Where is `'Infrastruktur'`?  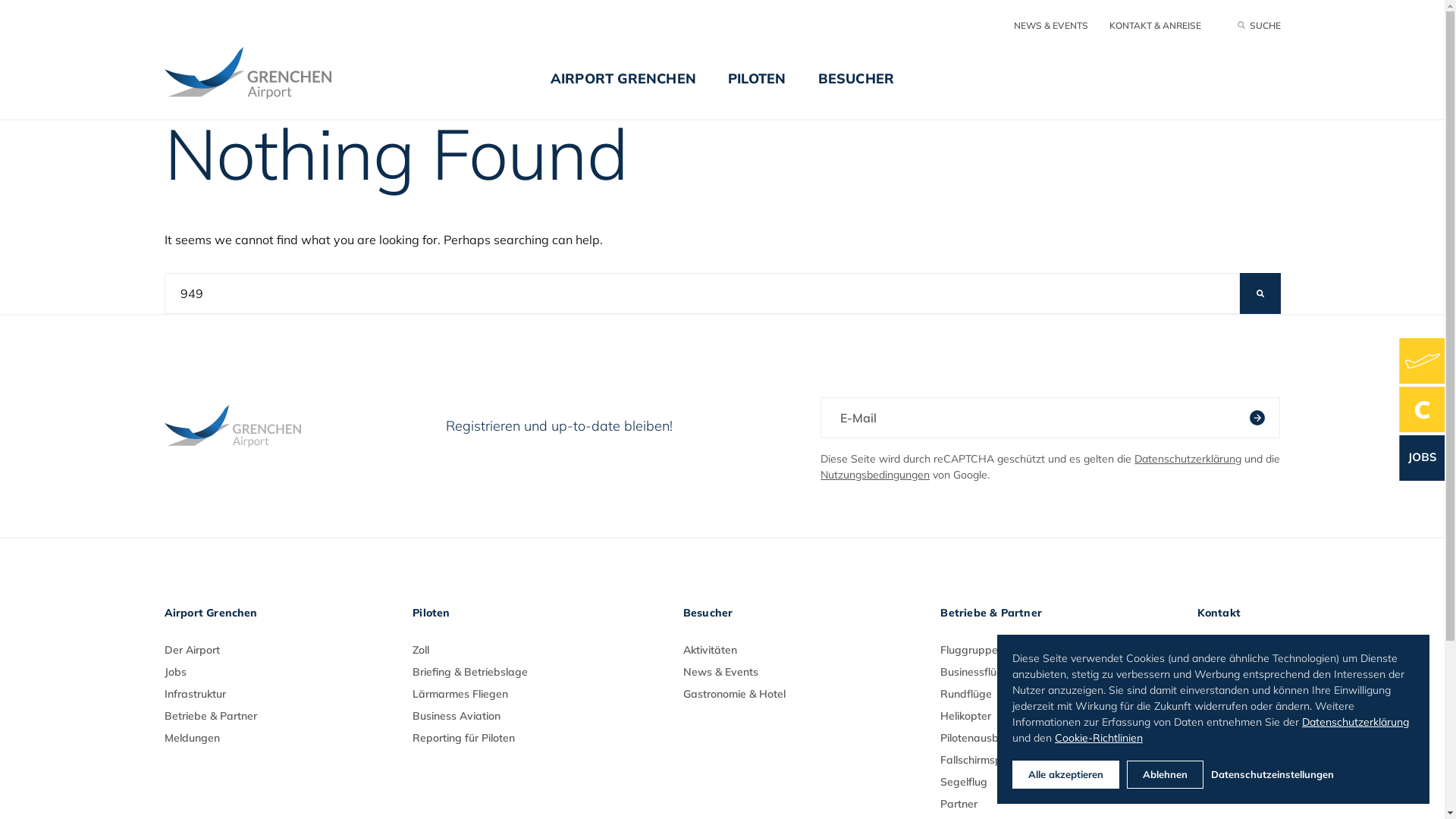 'Infrastruktur' is located at coordinates (193, 693).